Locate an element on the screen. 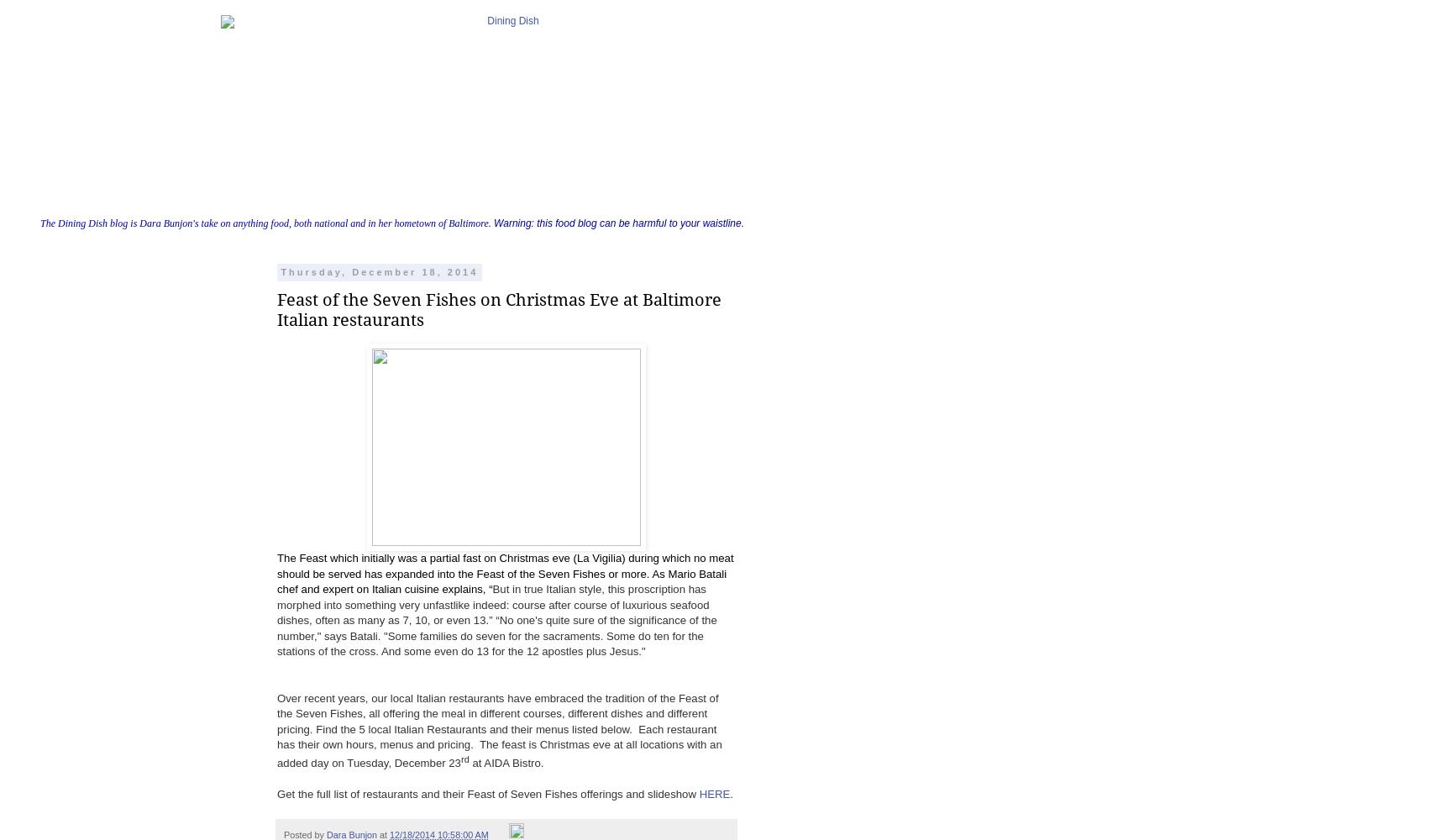  'The Feast which initially was a partial fast on Christmas
eve (La Vigilia) during which no meat should be served has expanded into the
Feast of the Seven Fishes or more. As Mario Batali chef and expert on Italian
cuisine explains, “' is located at coordinates (504, 574).